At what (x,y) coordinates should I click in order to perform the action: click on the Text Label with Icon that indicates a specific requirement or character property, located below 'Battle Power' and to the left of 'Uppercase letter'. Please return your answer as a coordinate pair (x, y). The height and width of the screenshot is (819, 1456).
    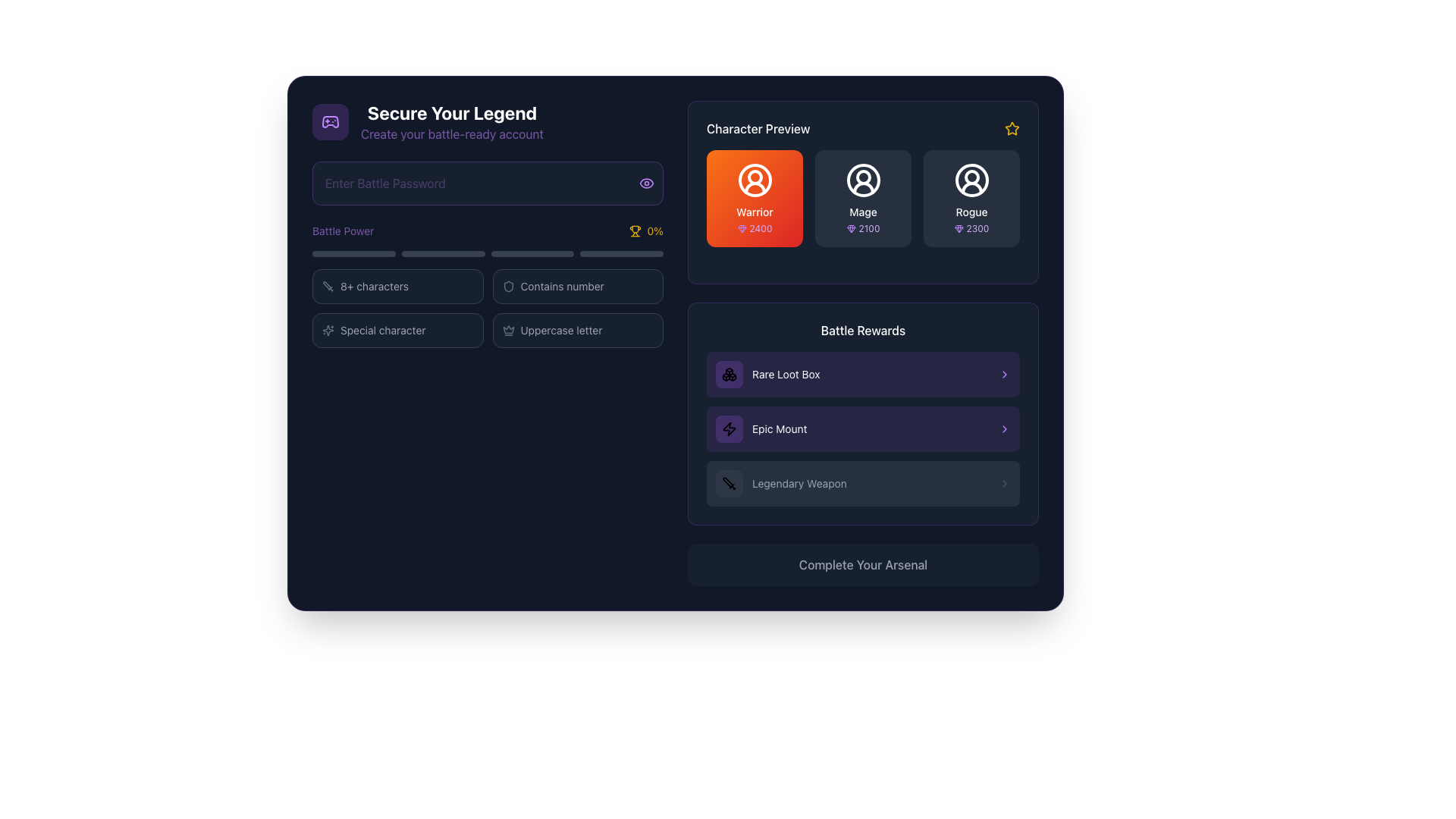
    Looking at the image, I should click on (397, 329).